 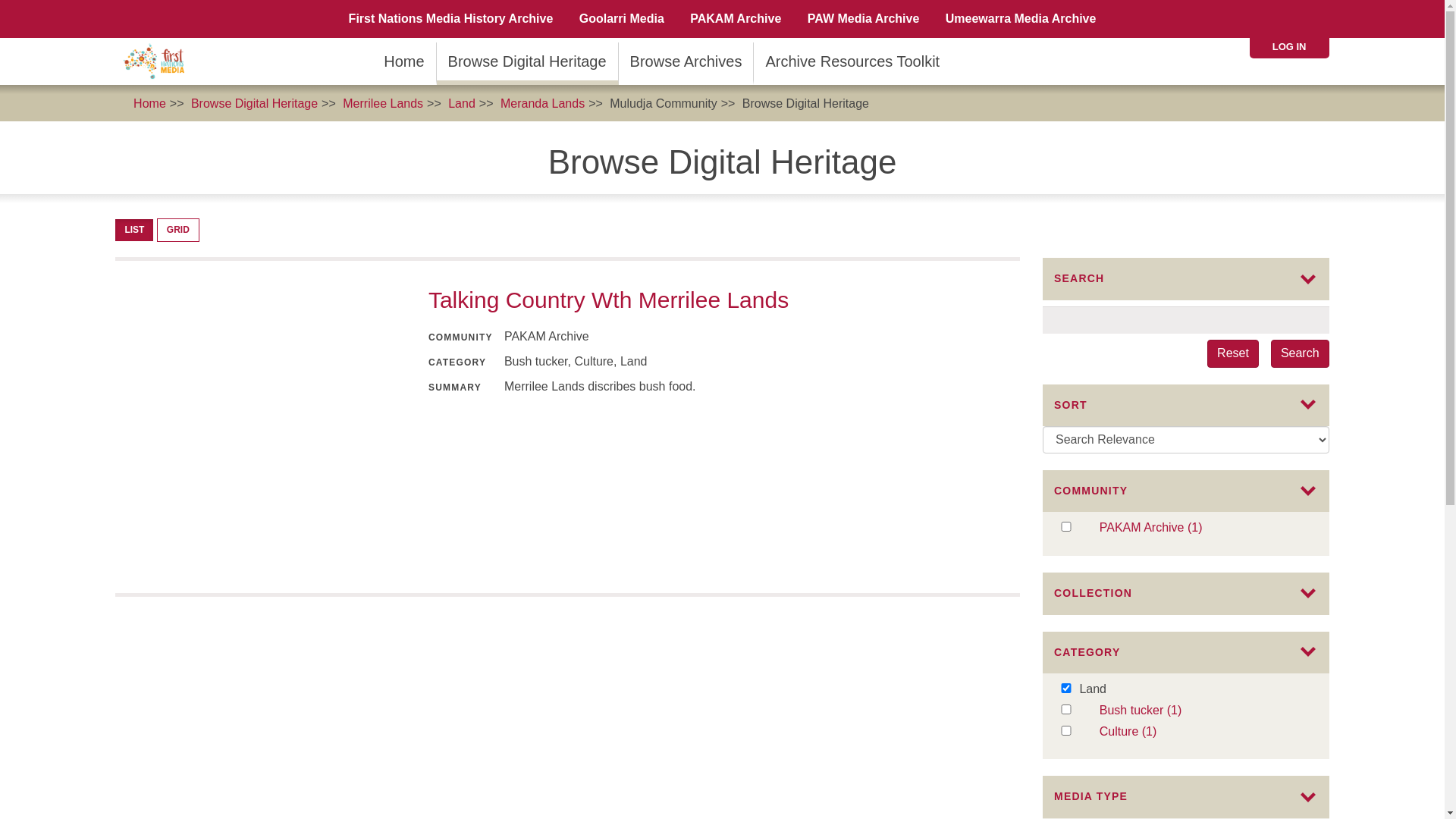 What do you see at coordinates (1185, 491) in the screenshot?
I see `'COMMUNITY'` at bounding box center [1185, 491].